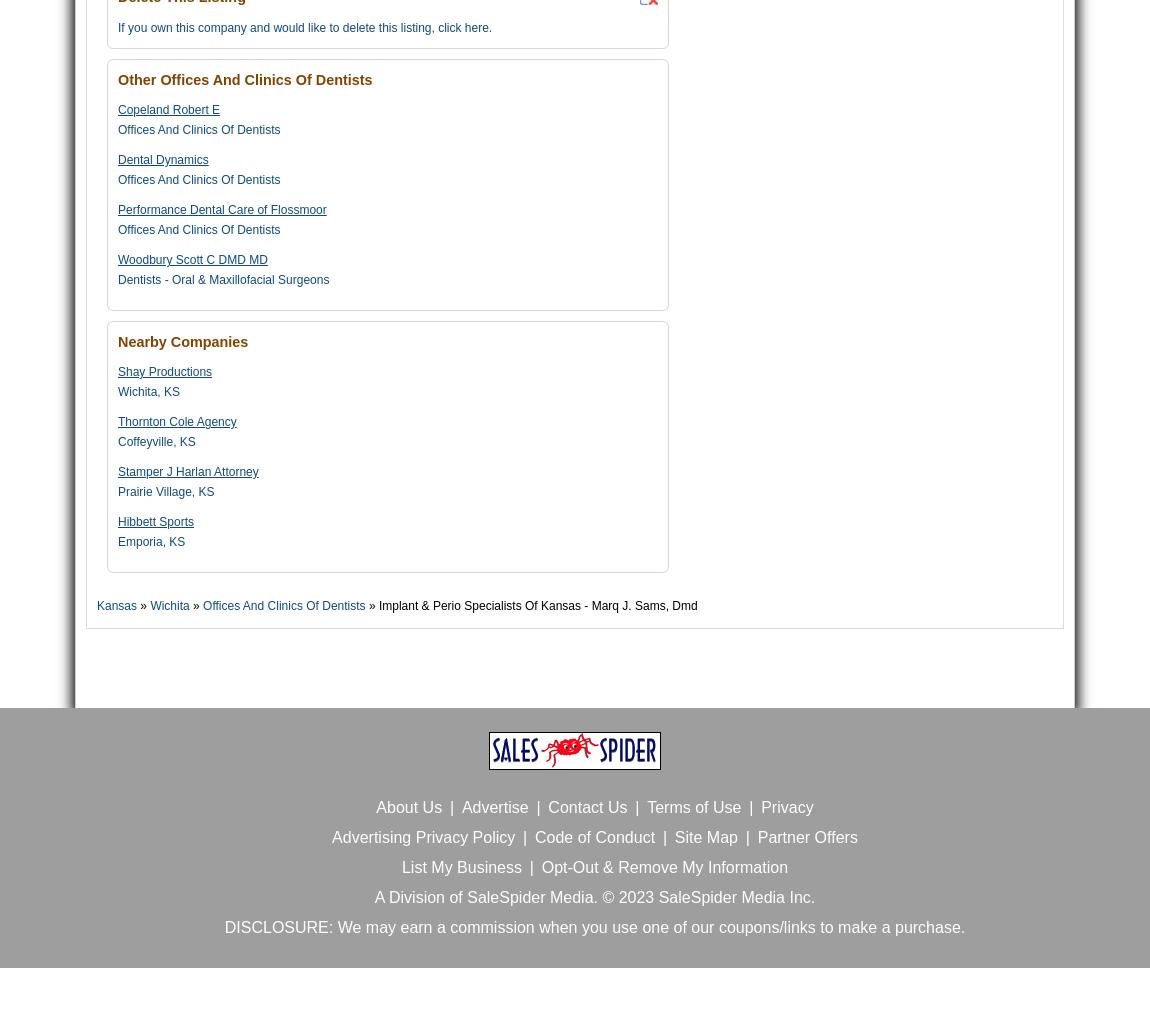 This screenshot has width=1150, height=1010. What do you see at coordinates (461, 867) in the screenshot?
I see `'List My Business'` at bounding box center [461, 867].